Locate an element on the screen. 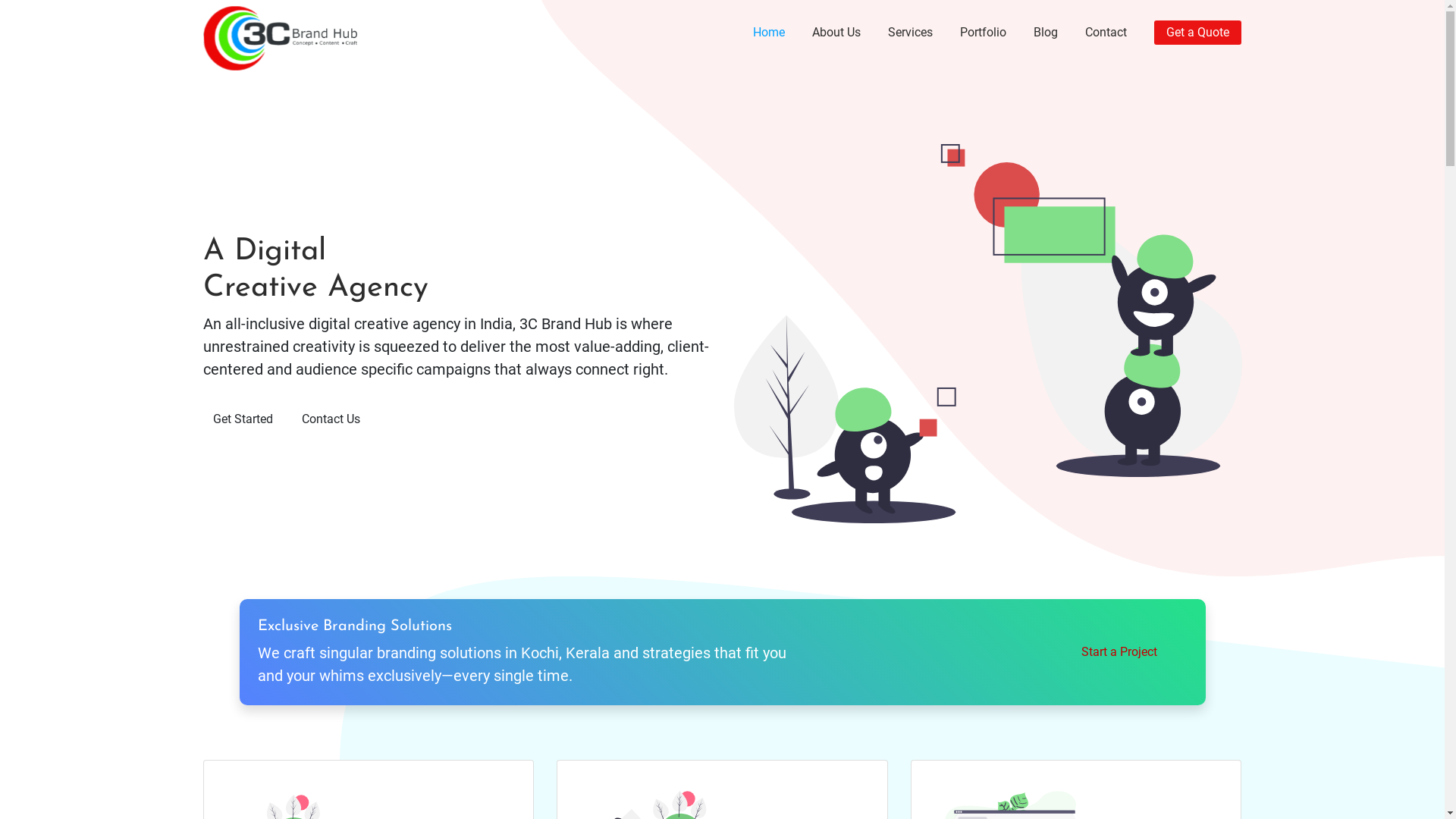  'Get Started' is located at coordinates (202, 419).